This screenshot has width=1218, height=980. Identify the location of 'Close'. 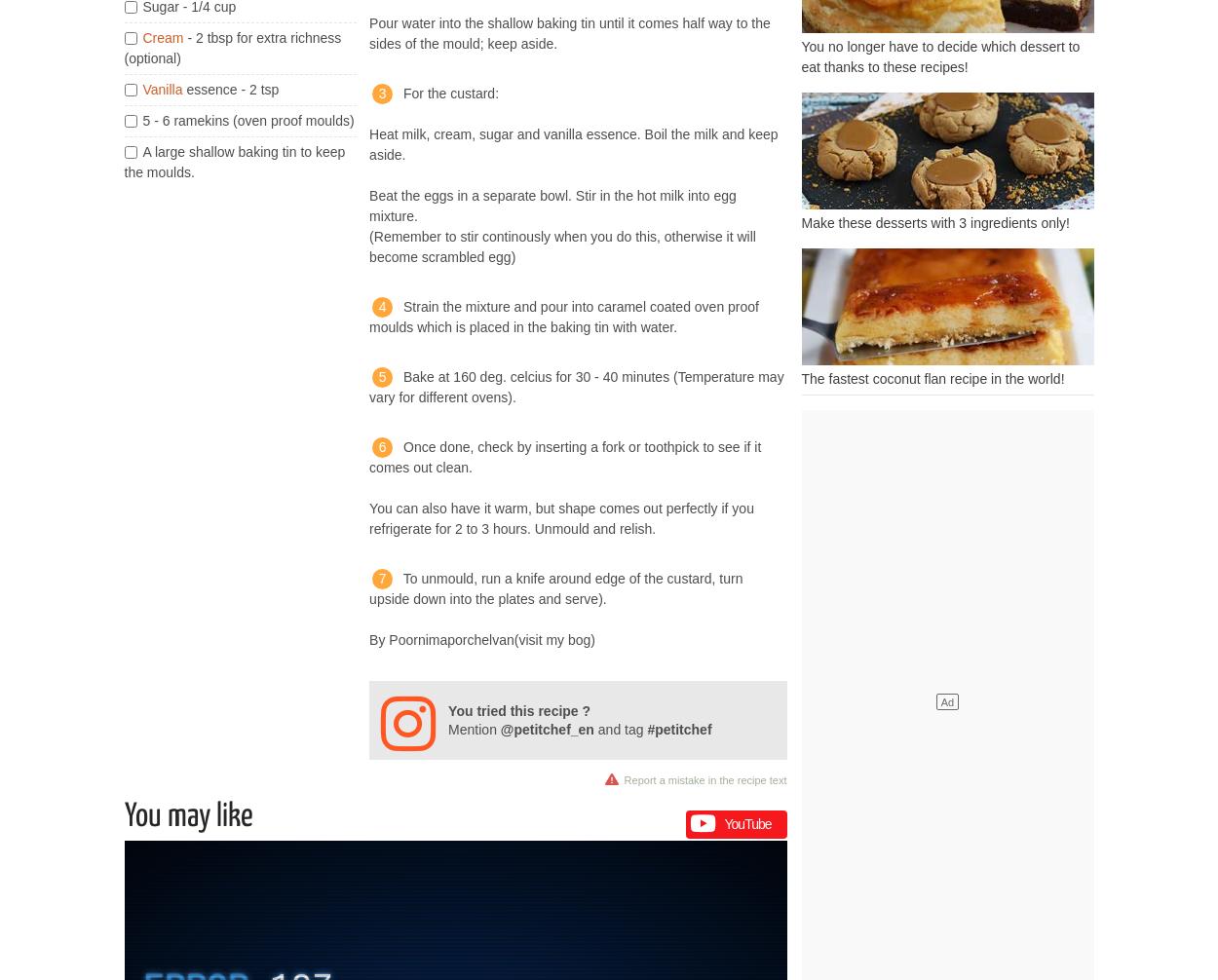
(736, 908).